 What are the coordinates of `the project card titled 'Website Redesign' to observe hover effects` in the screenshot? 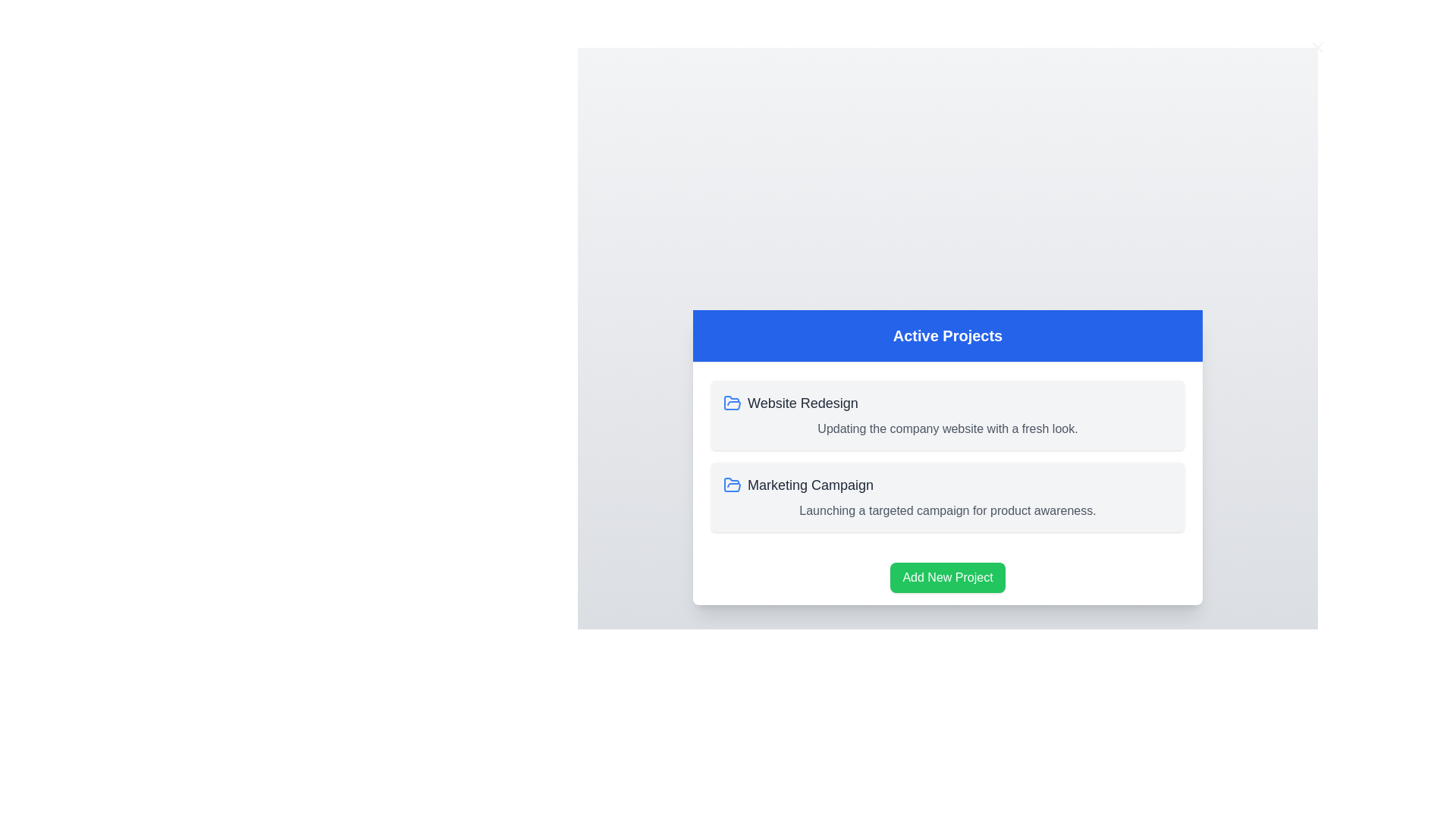 It's located at (946, 415).